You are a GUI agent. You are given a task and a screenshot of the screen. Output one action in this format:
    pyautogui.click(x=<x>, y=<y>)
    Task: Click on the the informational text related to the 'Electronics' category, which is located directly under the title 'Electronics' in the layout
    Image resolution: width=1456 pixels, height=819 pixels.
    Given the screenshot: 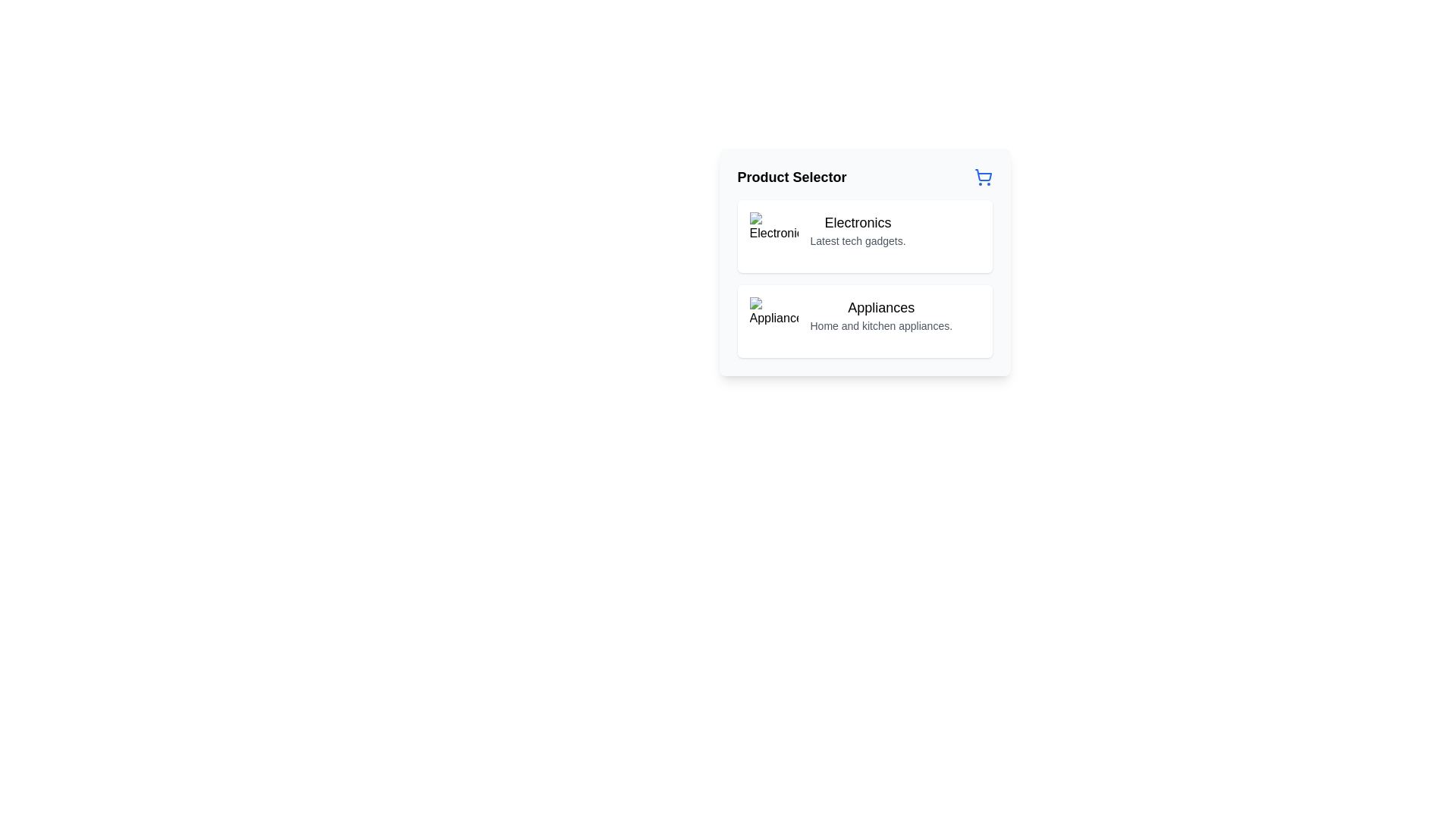 What is the action you would take?
    pyautogui.click(x=858, y=240)
    